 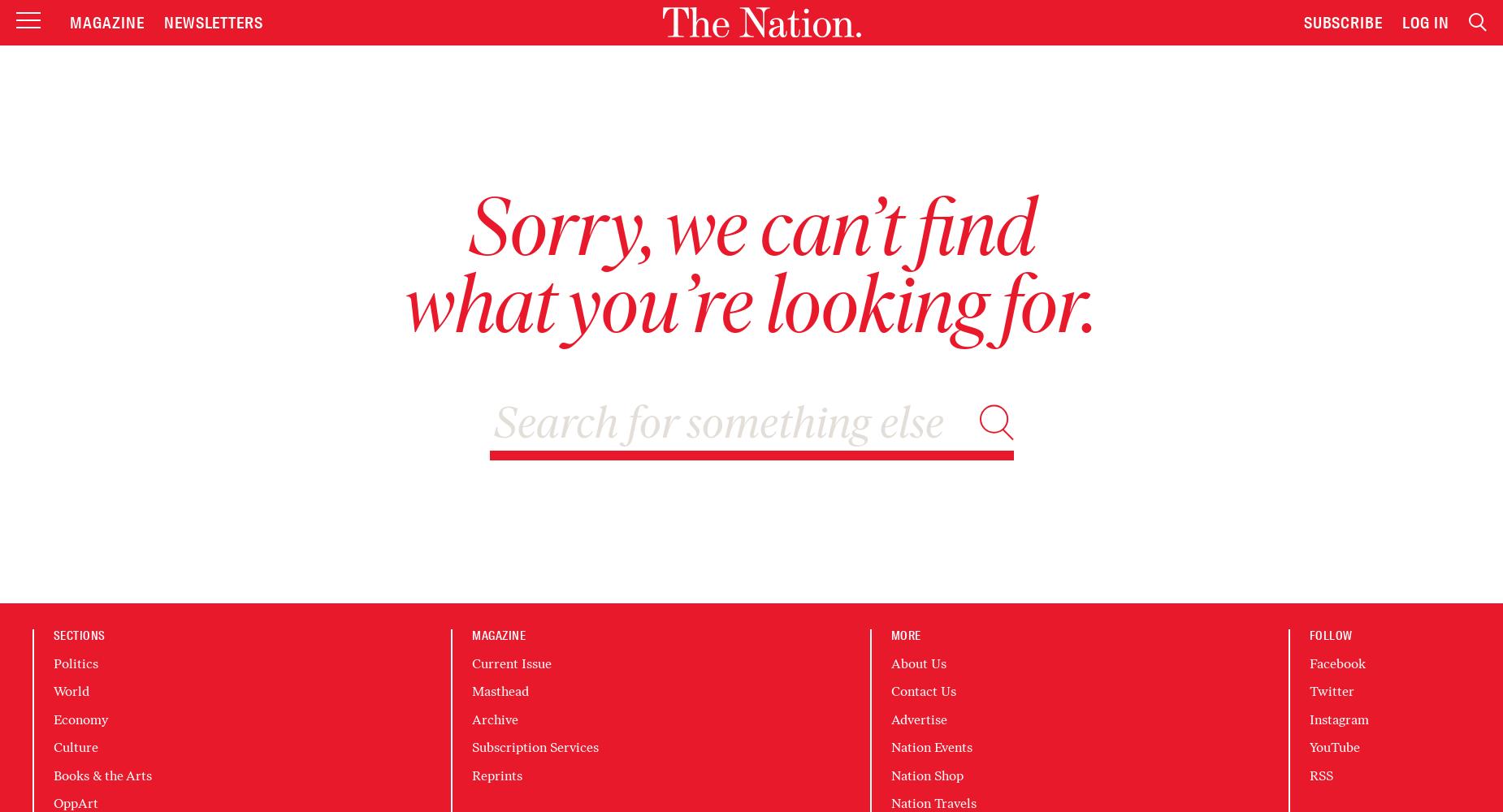 What do you see at coordinates (925, 774) in the screenshot?
I see `'Nation Shop'` at bounding box center [925, 774].